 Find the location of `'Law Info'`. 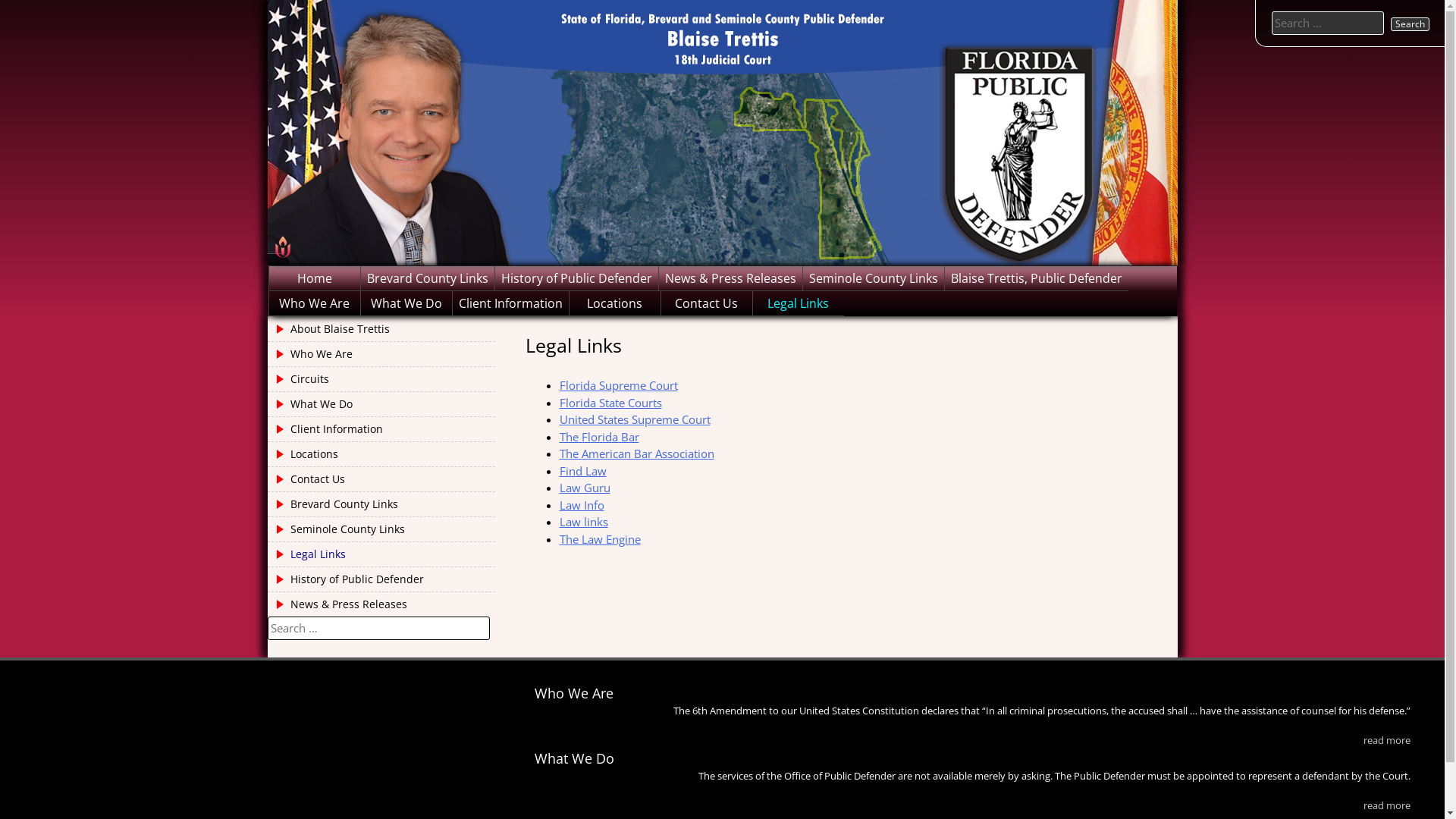

'Law Info' is located at coordinates (581, 505).